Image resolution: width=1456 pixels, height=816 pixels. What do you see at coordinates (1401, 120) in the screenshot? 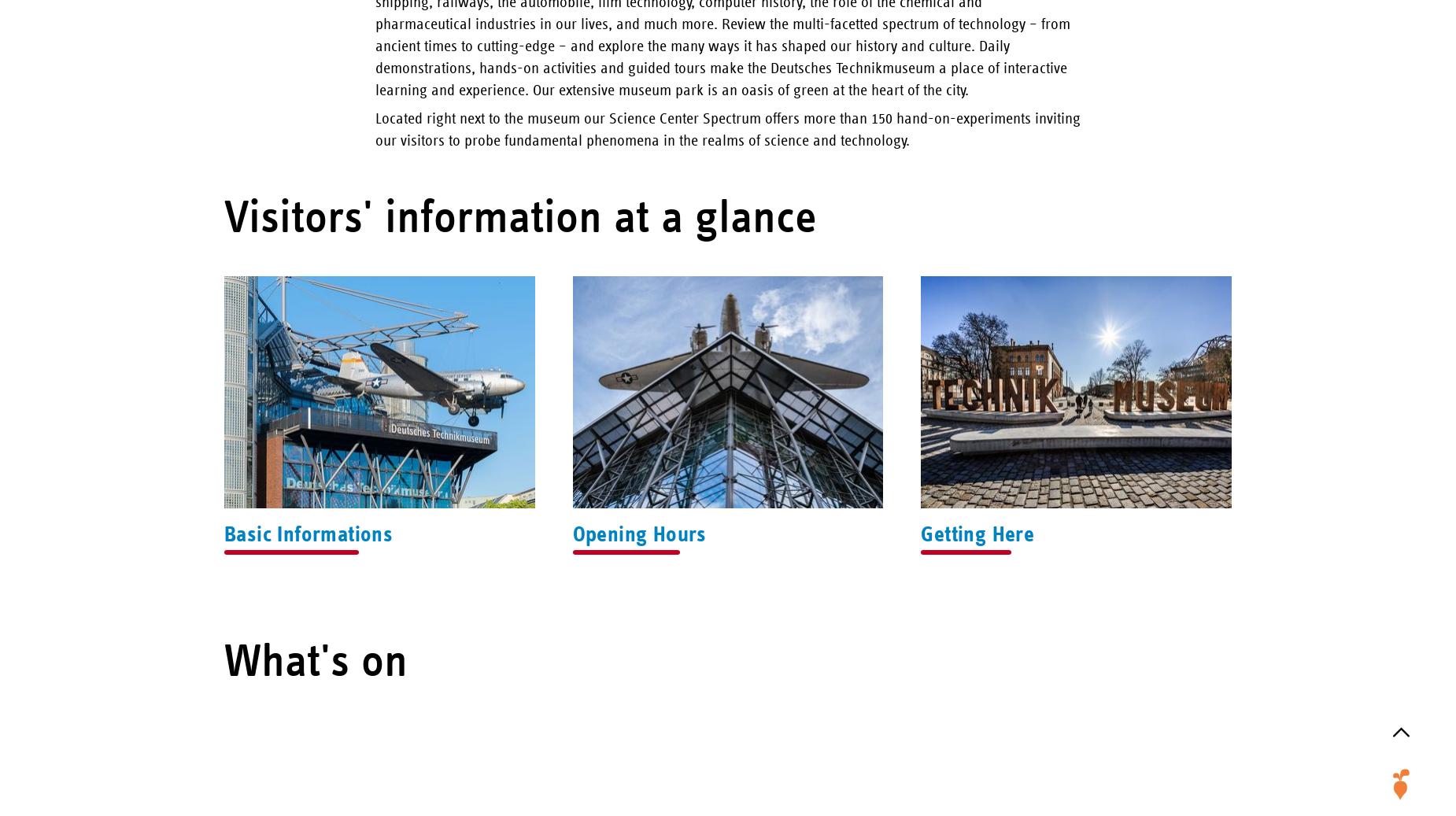
I see `'Sugar'` at bounding box center [1401, 120].